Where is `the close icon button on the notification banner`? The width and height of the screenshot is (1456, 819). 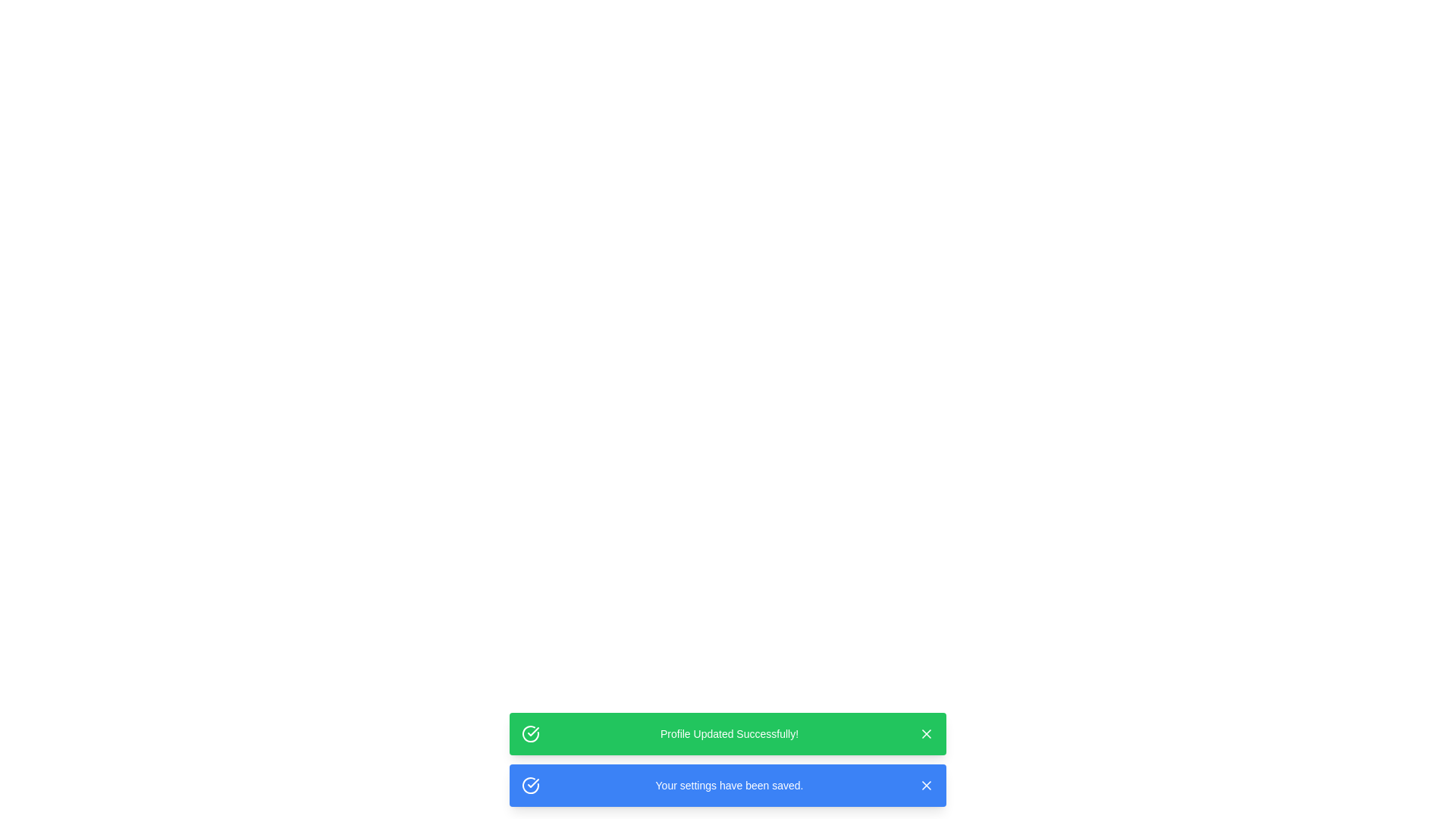
the close icon button on the notification banner is located at coordinates (926, 733).